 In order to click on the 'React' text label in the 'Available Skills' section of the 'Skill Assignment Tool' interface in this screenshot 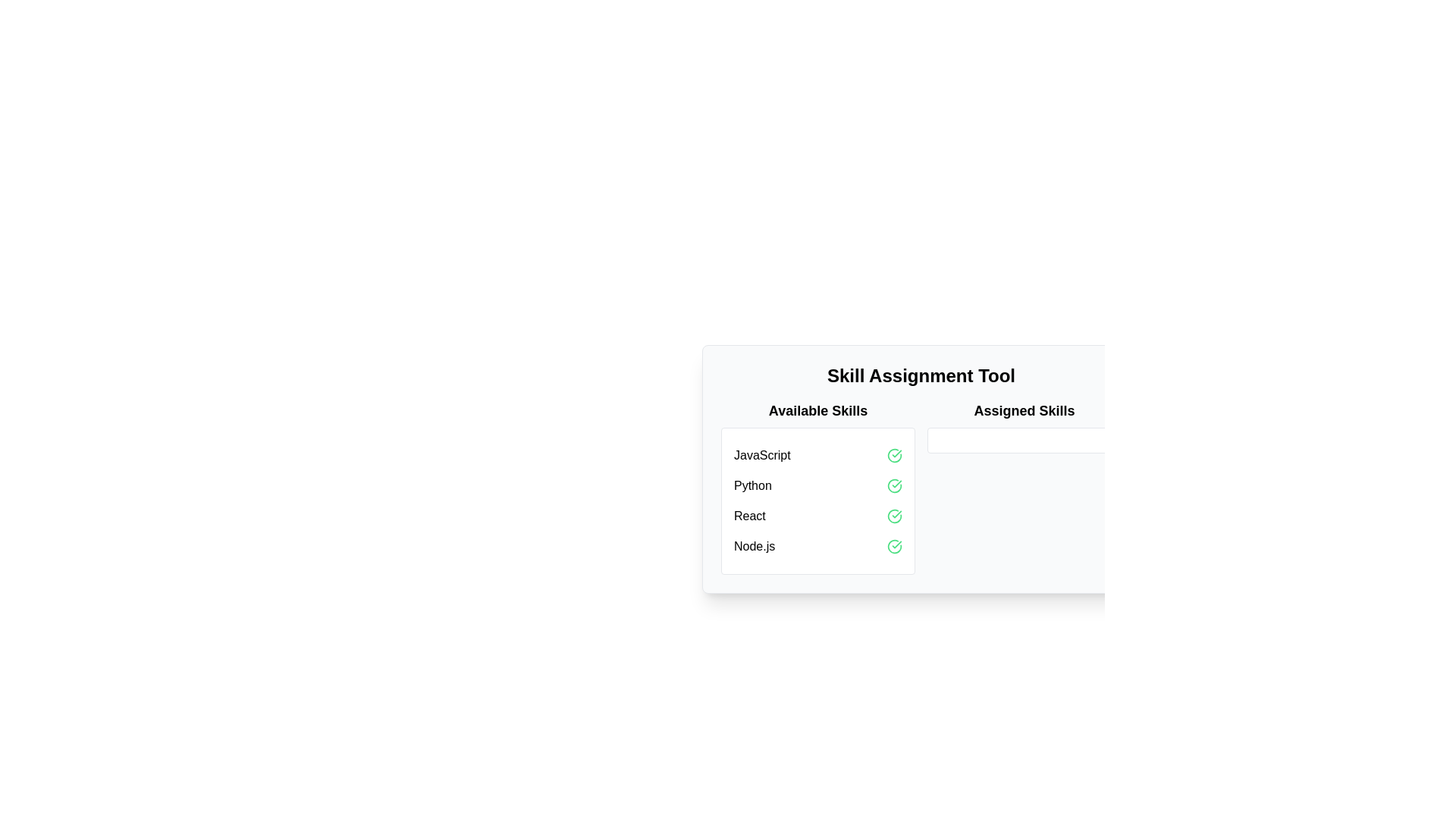, I will do `click(749, 516)`.